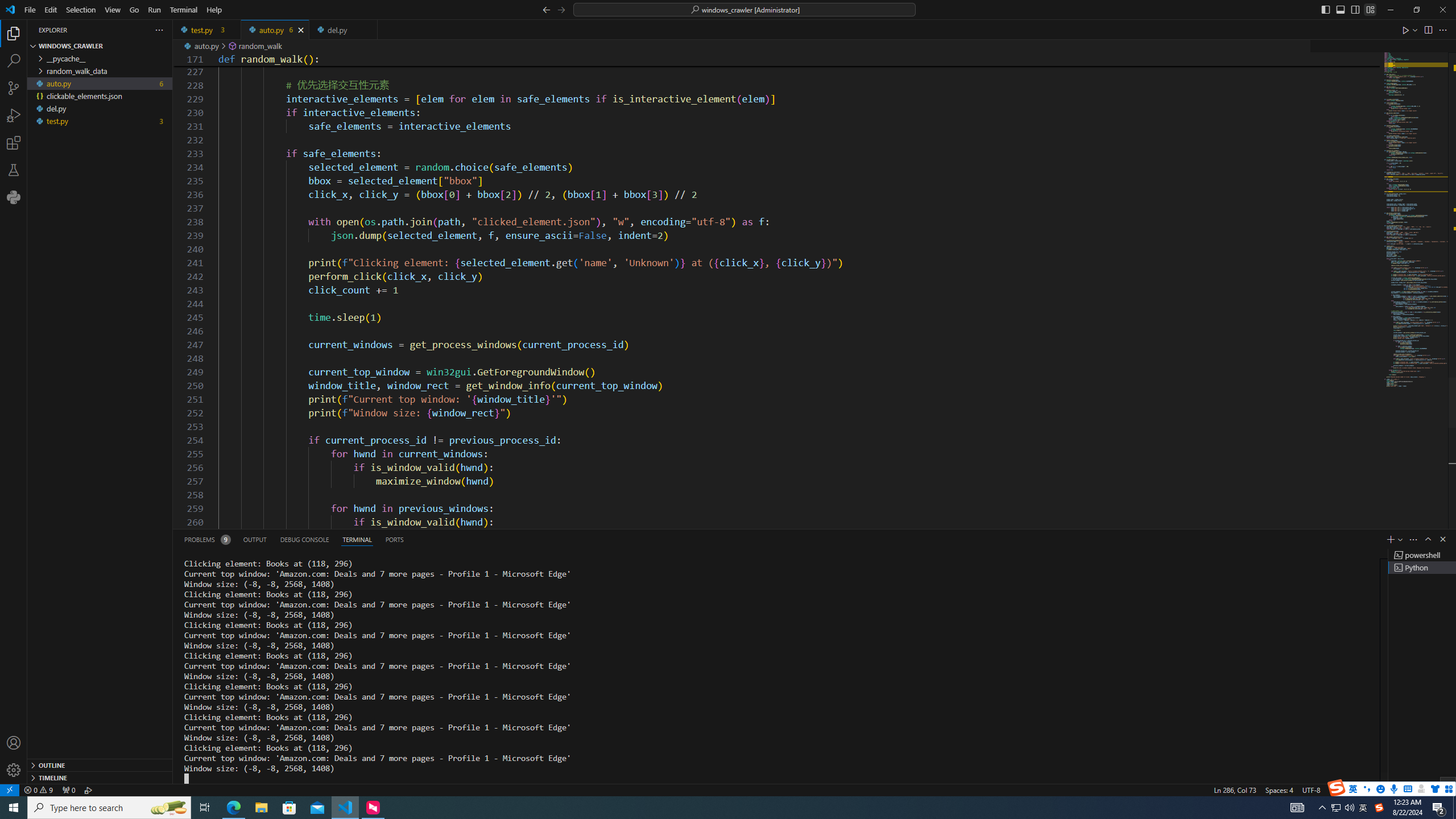 This screenshot has width=1456, height=819. What do you see at coordinates (154, 9) in the screenshot?
I see `'Run'` at bounding box center [154, 9].